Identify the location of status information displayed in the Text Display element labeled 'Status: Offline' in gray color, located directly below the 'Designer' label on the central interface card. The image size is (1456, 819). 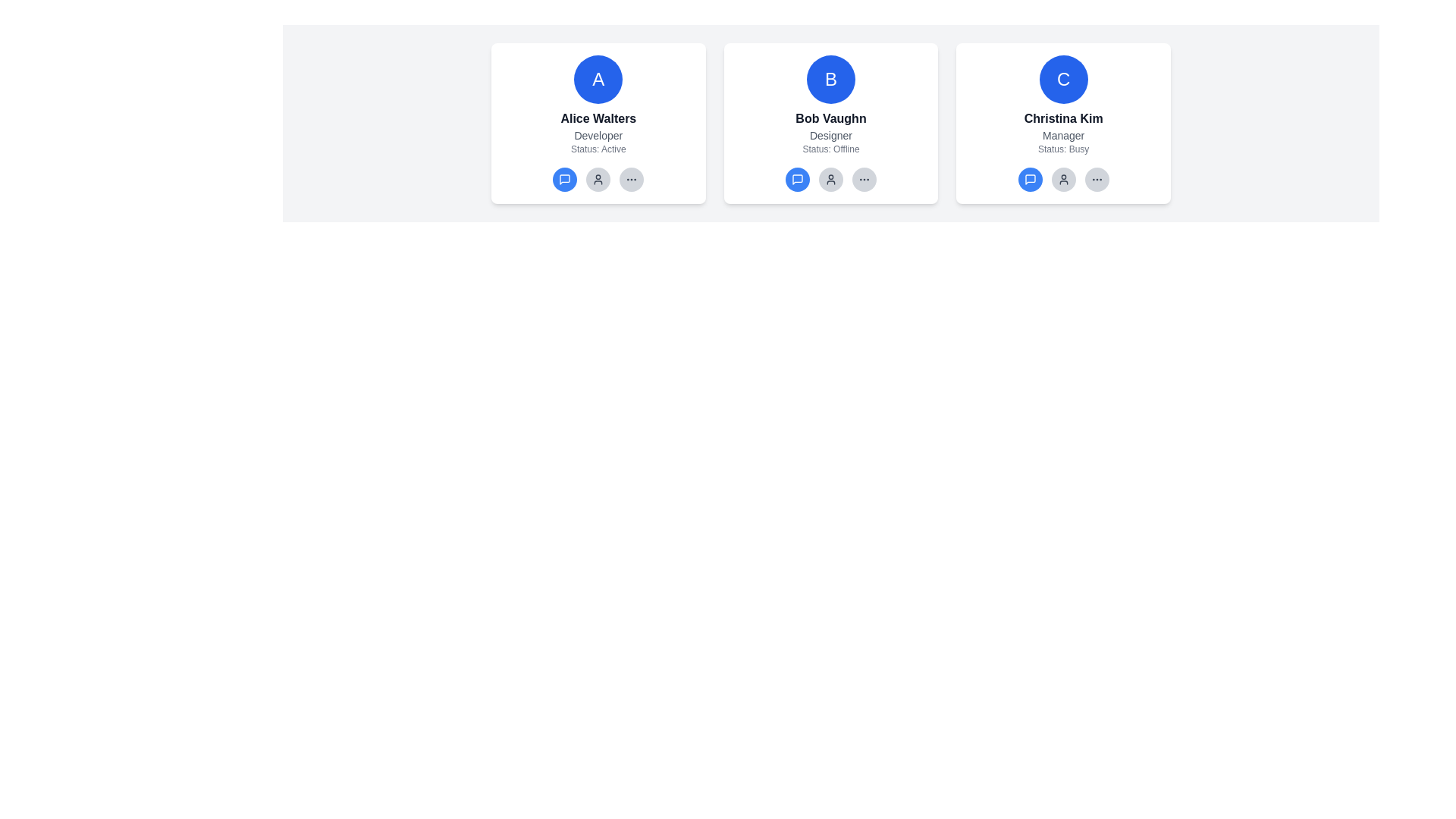
(830, 149).